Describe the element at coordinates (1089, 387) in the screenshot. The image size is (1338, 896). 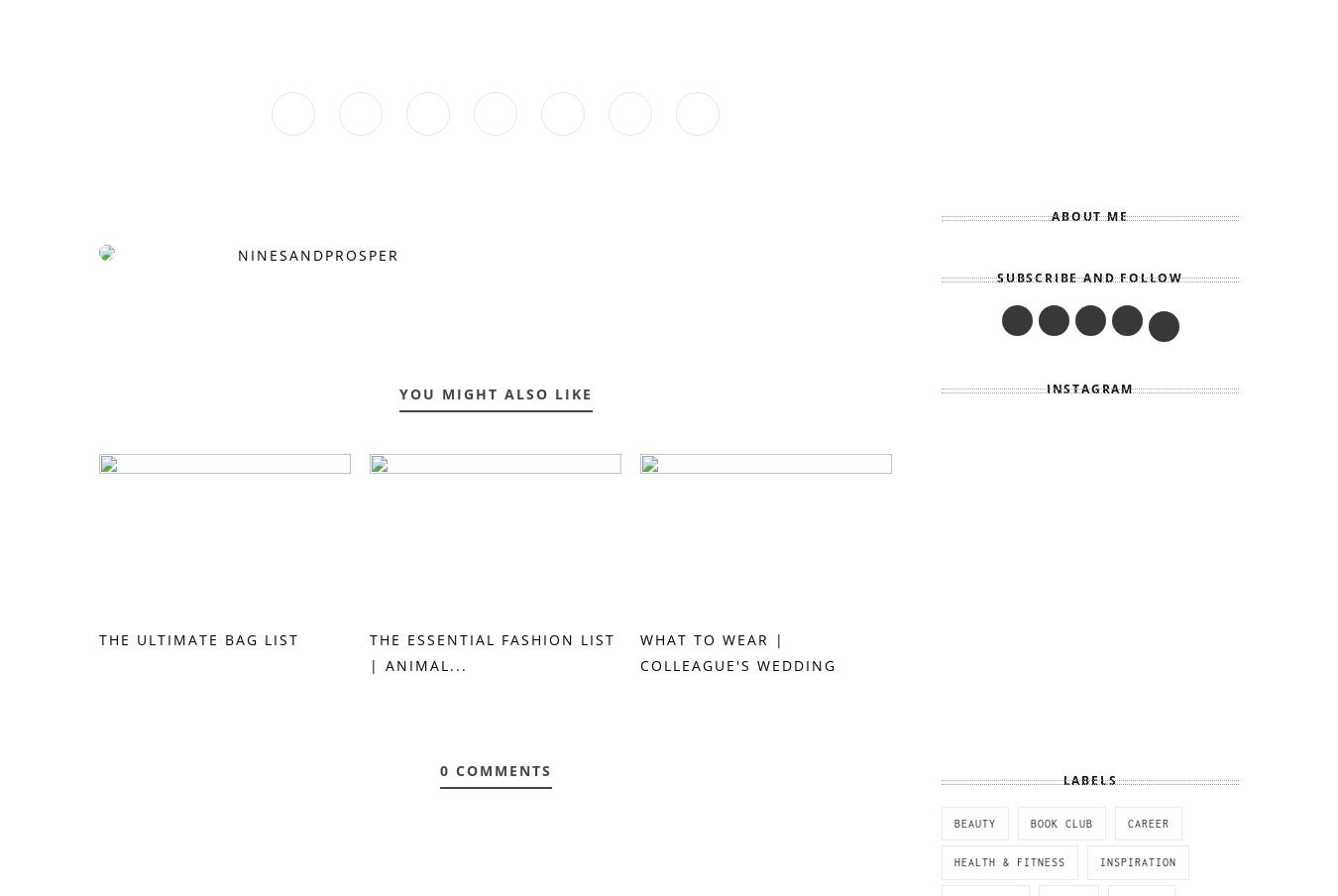
I see `'Instagram'` at that location.